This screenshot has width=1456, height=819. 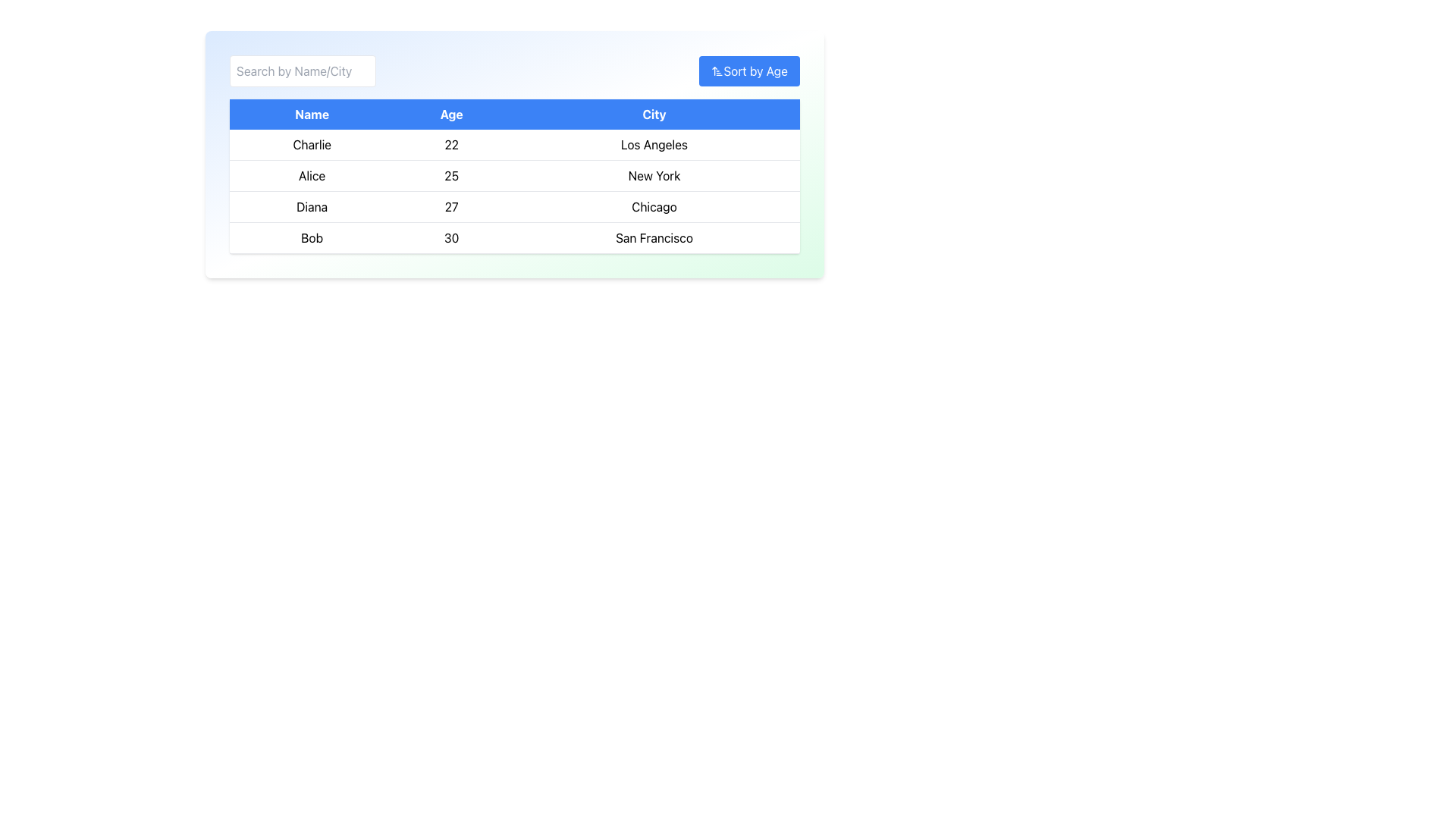 I want to click on the text element displaying the age of 'Diana' in the third row of the table under the 'Age' column, so click(x=450, y=207).